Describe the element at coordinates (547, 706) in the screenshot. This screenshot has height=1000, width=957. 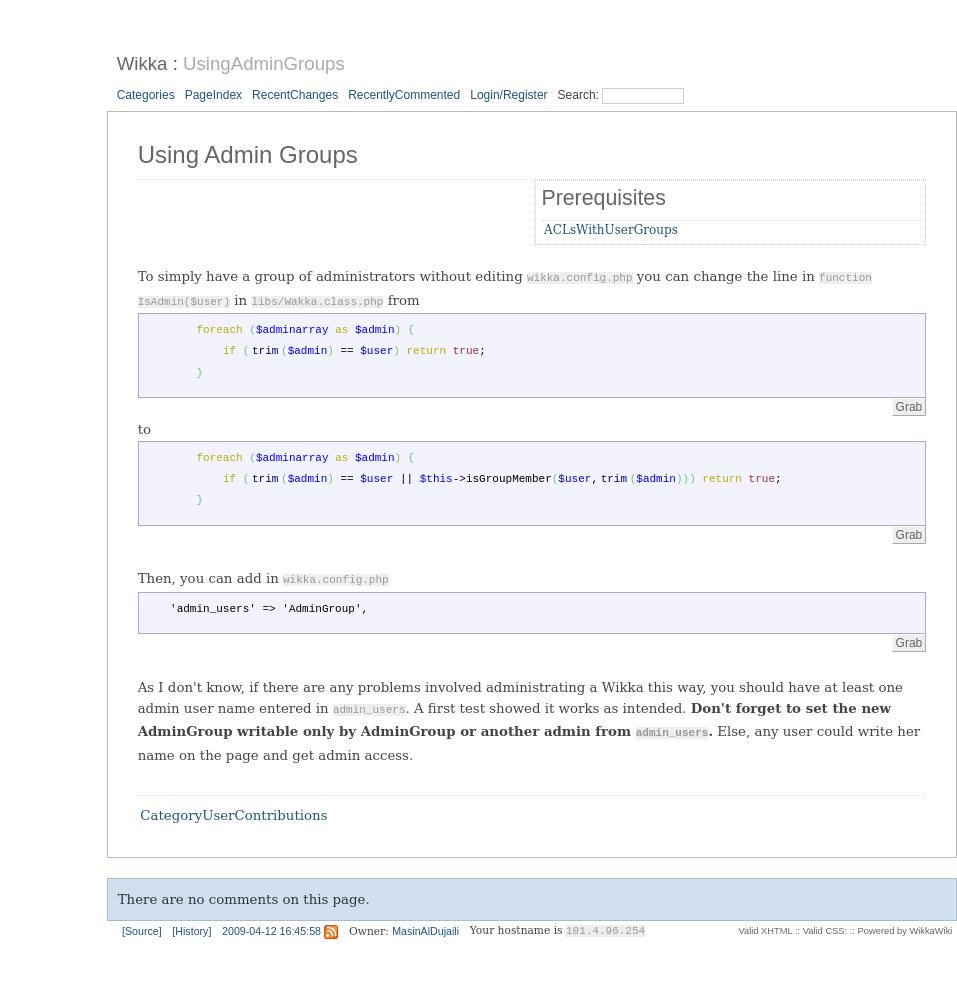
I see `'. A first test showed it works as intended.'` at that location.